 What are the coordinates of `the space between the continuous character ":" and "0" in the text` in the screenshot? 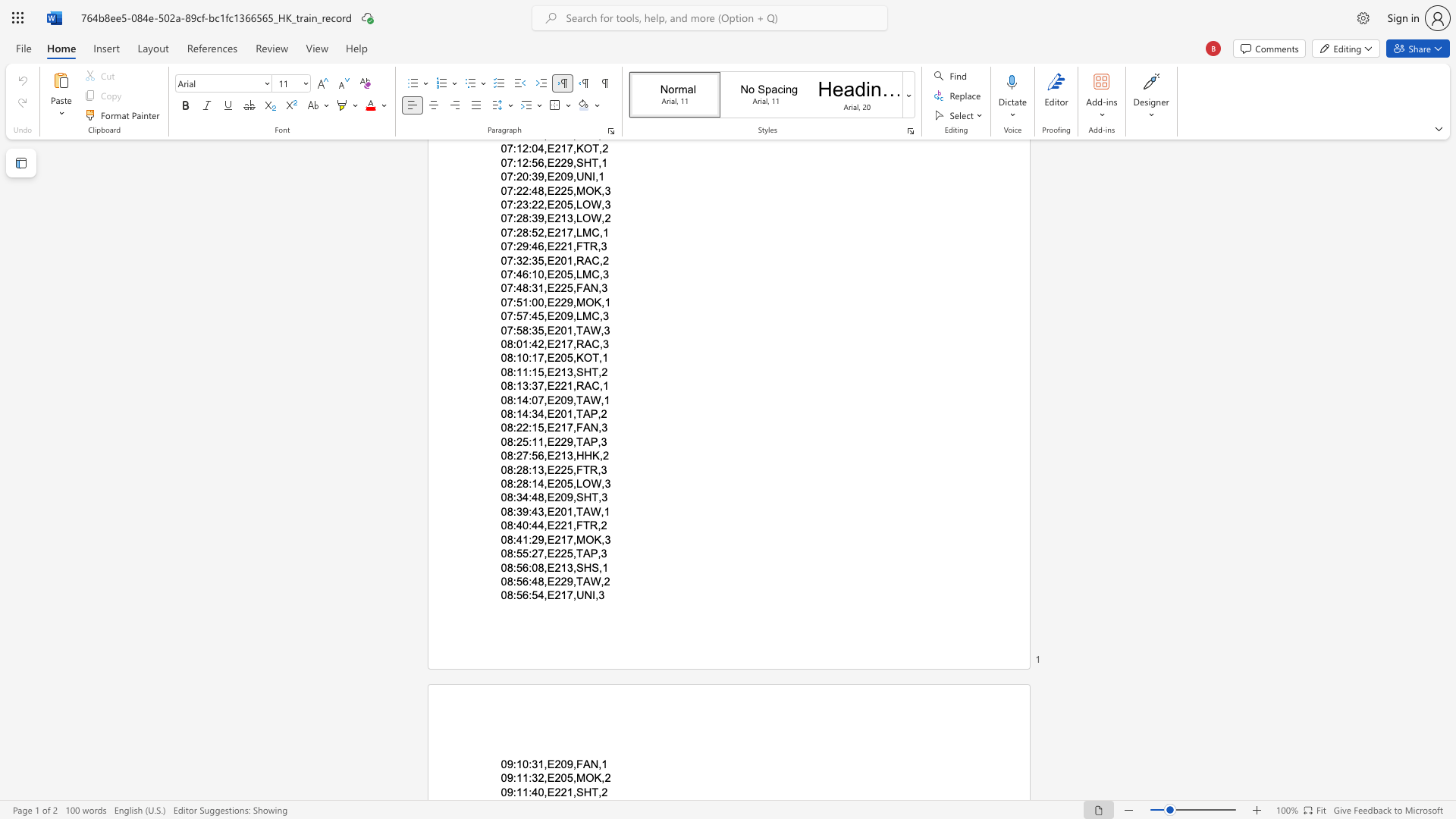 It's located at (532, 567).